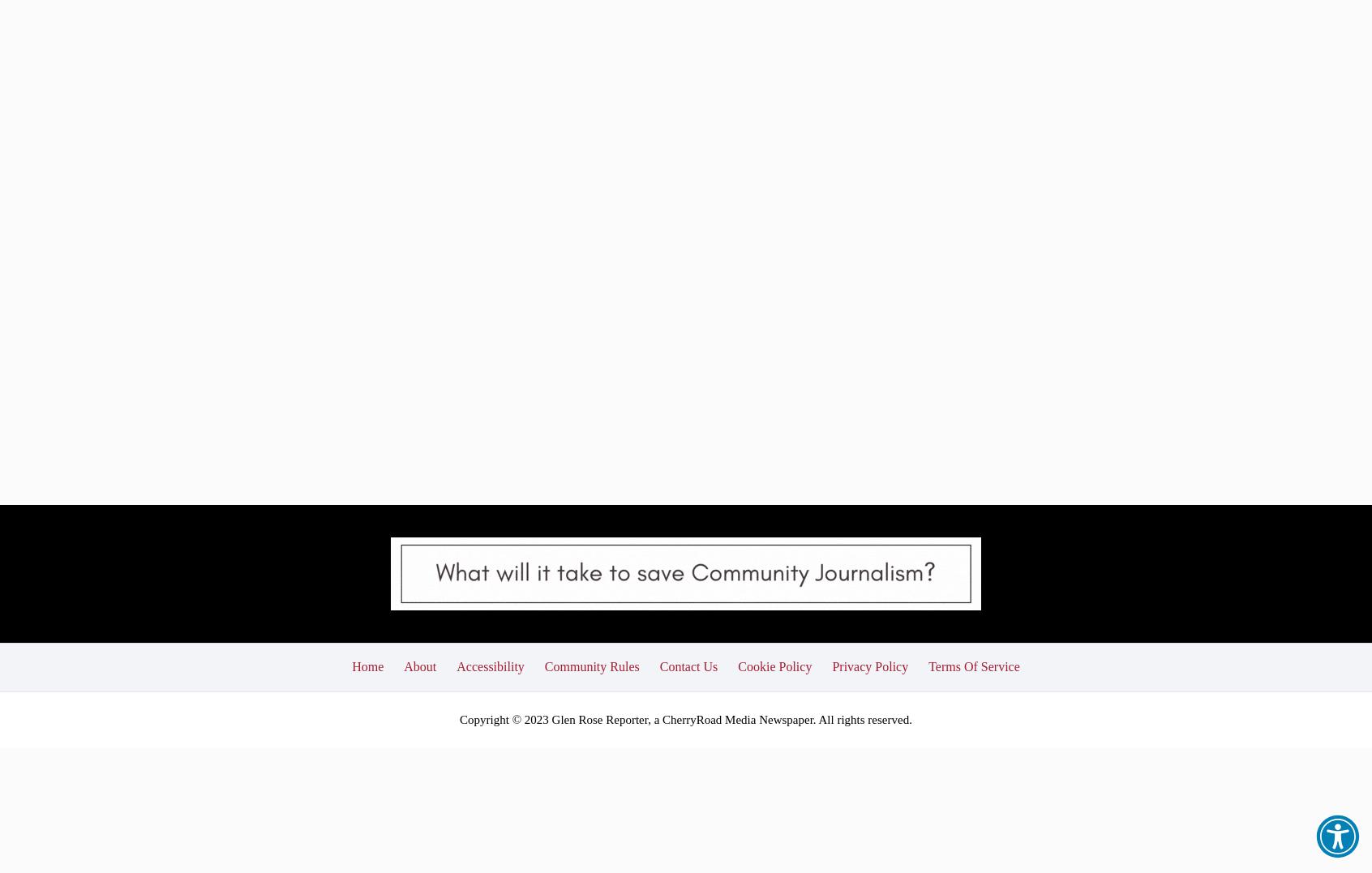  What do you see at coordinates (489, 541) in the screenshot?
I see `'Accessibility'` at bounding box center [489, 541].